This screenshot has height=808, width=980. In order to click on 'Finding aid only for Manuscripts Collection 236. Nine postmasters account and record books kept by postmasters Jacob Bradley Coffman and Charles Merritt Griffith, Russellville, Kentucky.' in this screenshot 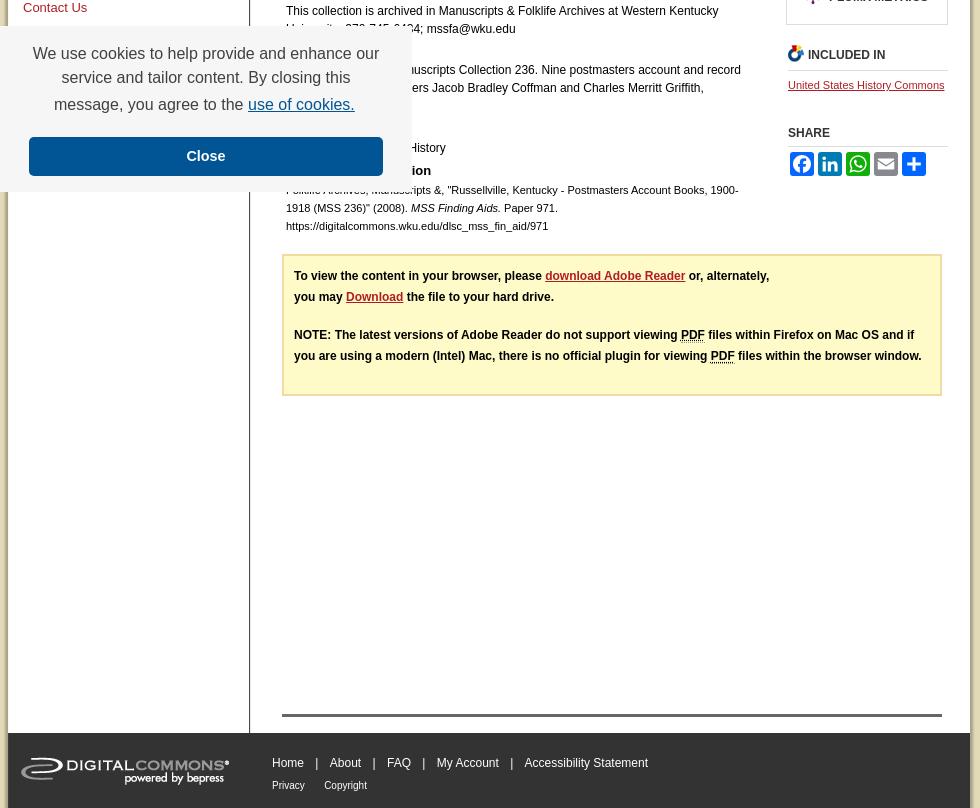, I will do `click(513, 87)`.